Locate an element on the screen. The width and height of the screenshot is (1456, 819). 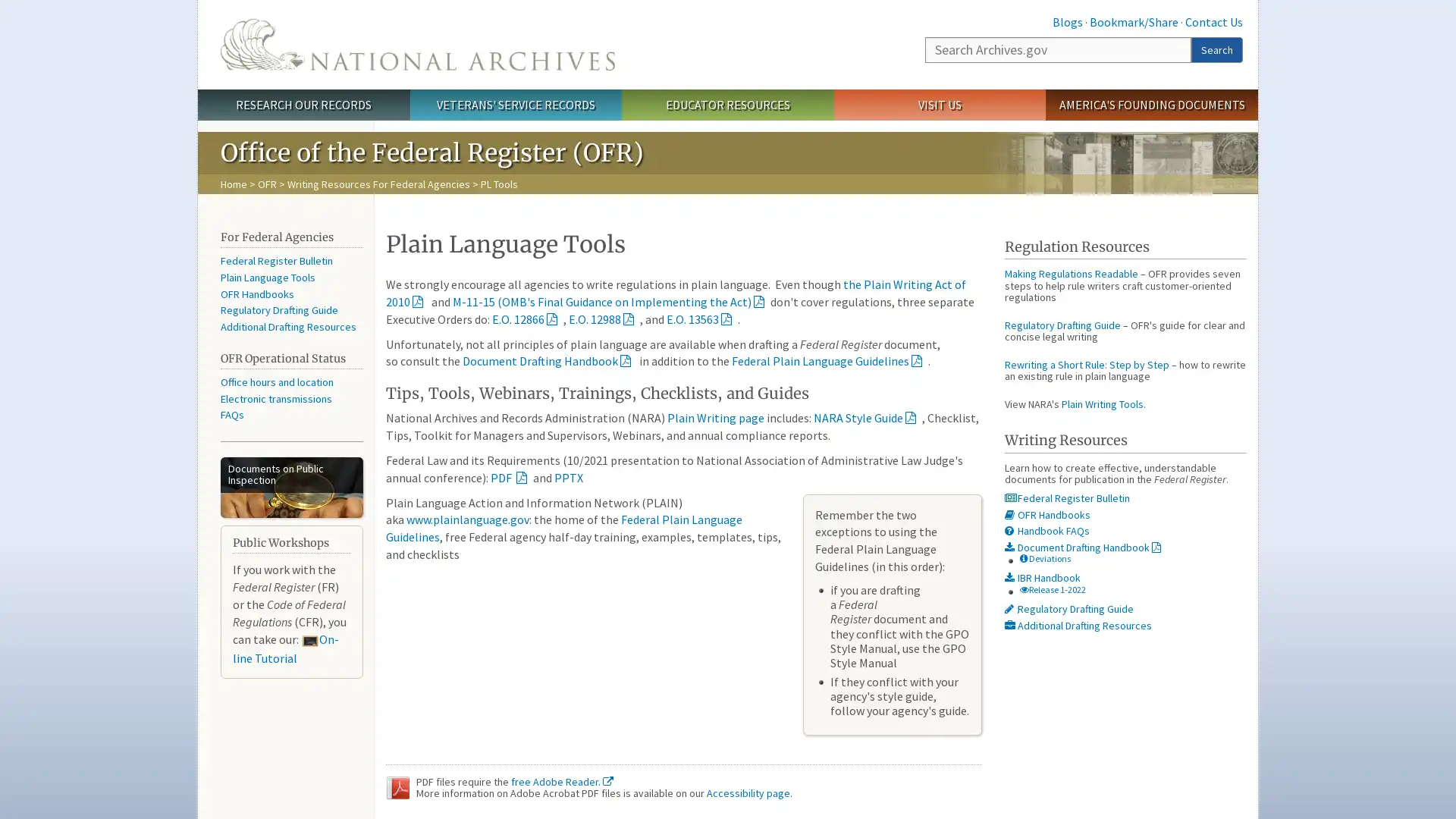
Search is located at coordinates (1216, 49).